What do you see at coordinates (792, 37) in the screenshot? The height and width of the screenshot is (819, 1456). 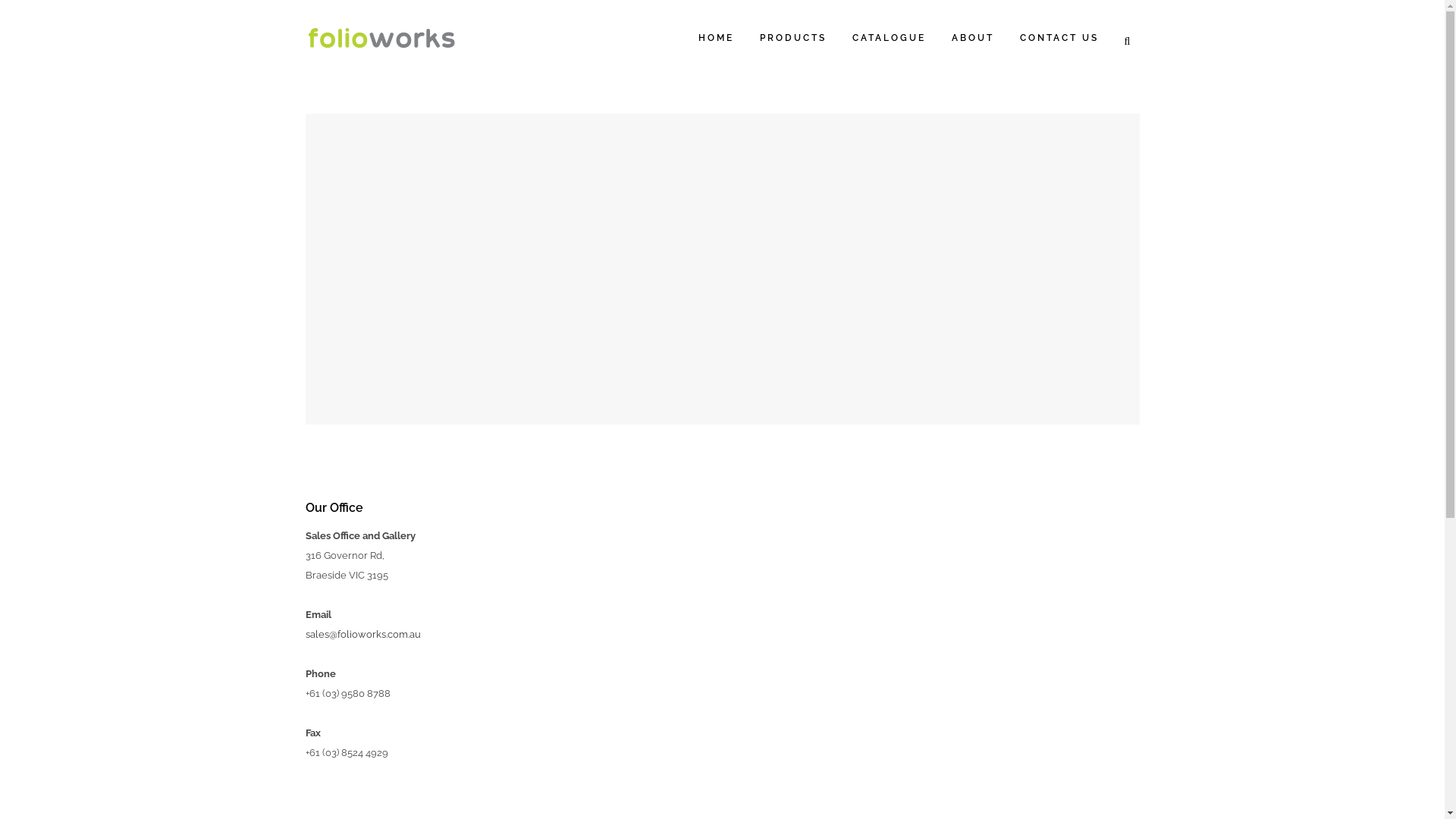 I see `'PRODUCTS'` at bounding box center [792, 37].